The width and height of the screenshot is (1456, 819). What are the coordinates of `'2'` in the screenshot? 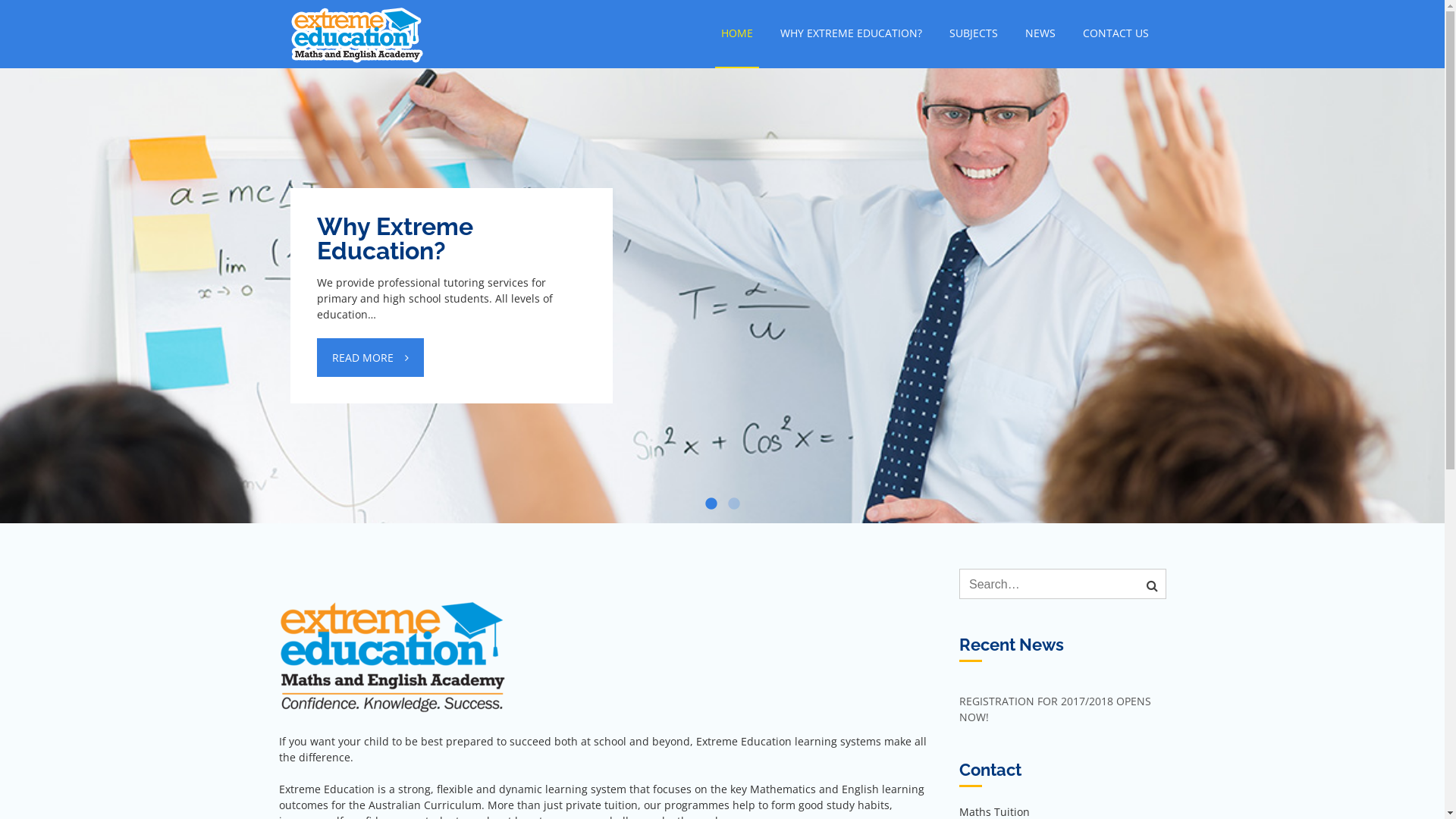 It's located at (734, 504).